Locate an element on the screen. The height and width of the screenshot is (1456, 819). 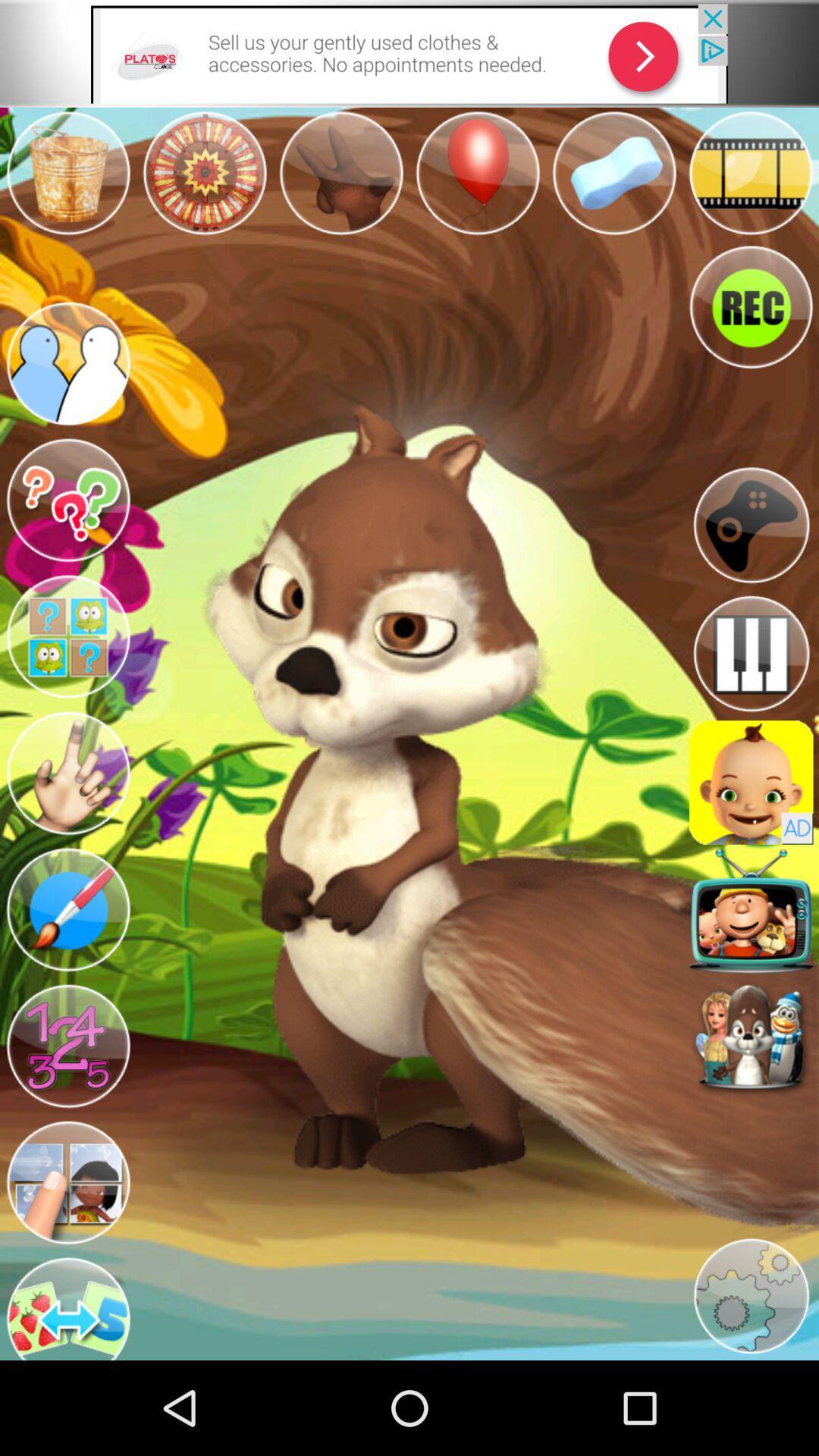
access settings is located at coordinates (751, 1295).